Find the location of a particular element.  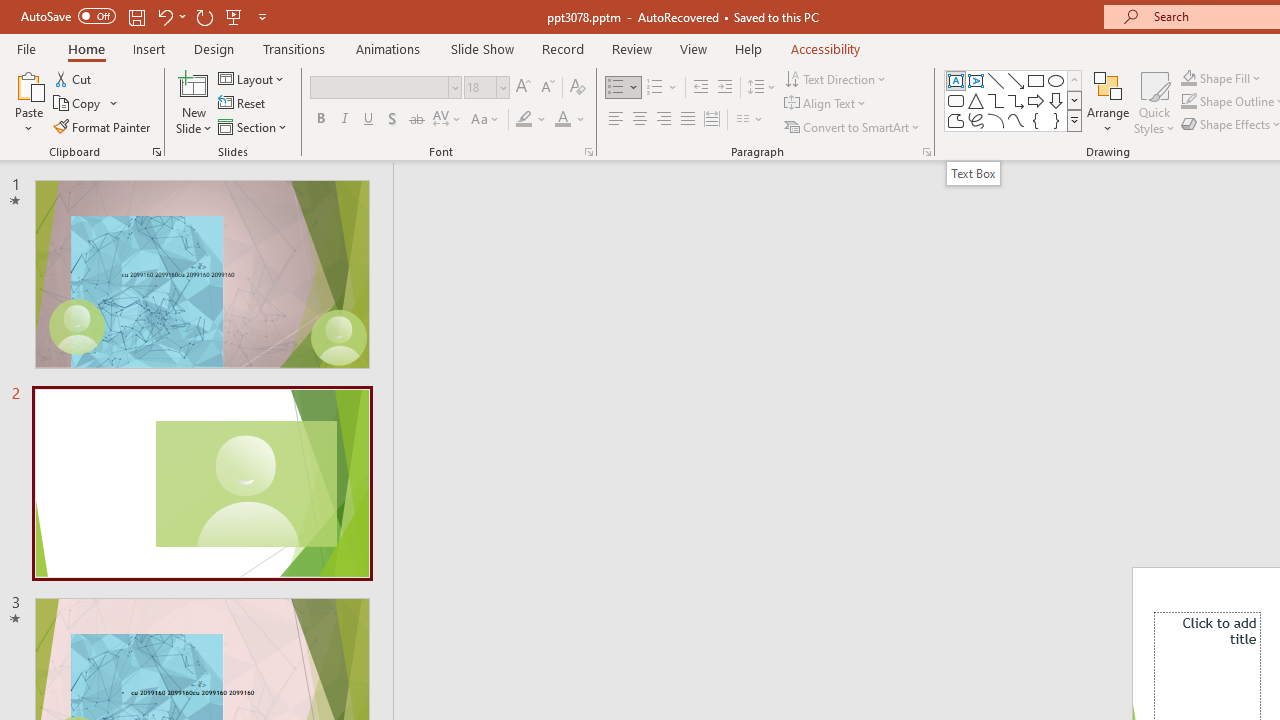

'Shape Outline Green, Accent 1' is located at coordinates (1189, 101).